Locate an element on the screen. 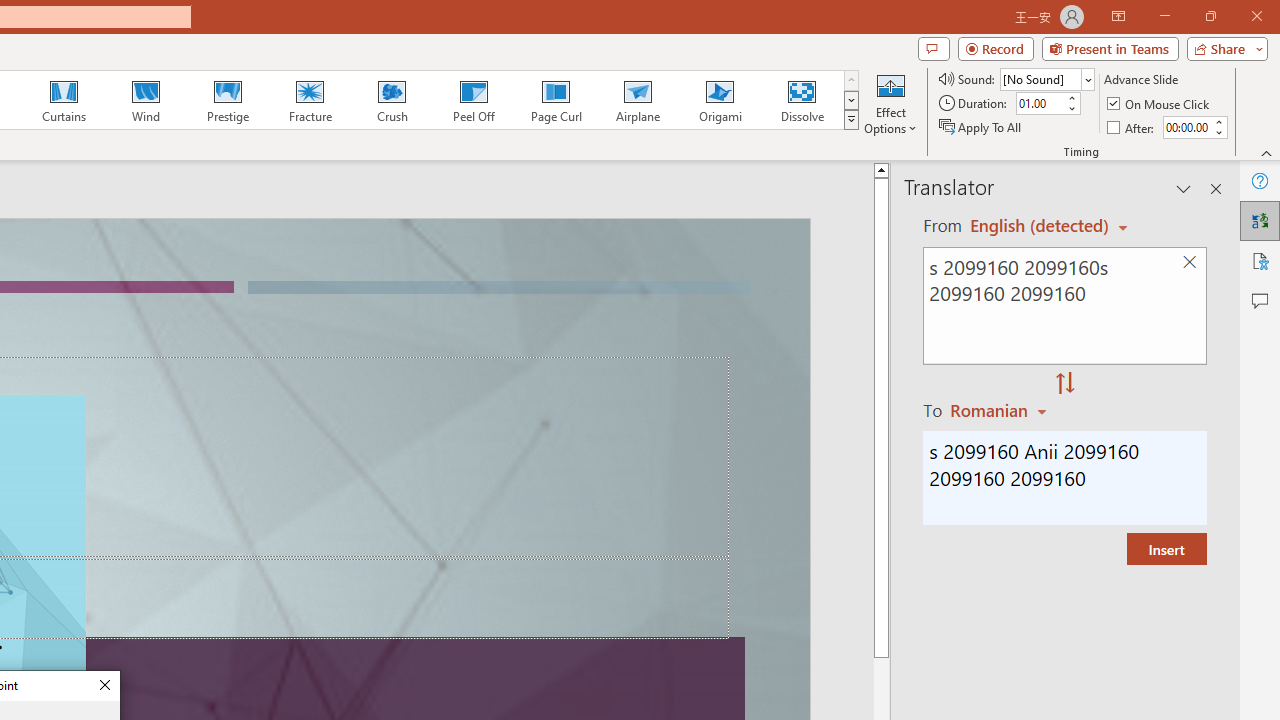  'Page Curl' is located at coordinates (555, 100).